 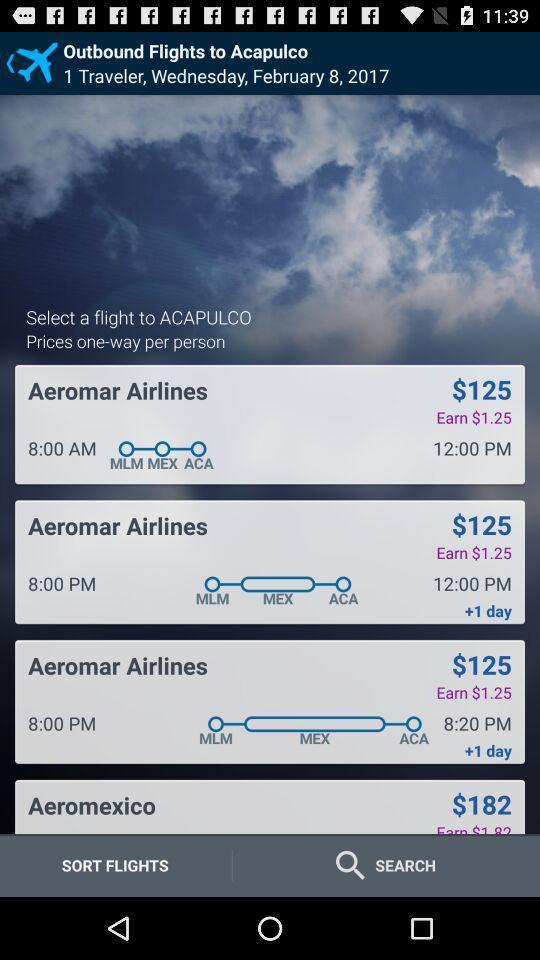 What do you see at coordinates (91, 805) in the screenshot?
I see `aeromexico icon` at bounding box center [91, 805].